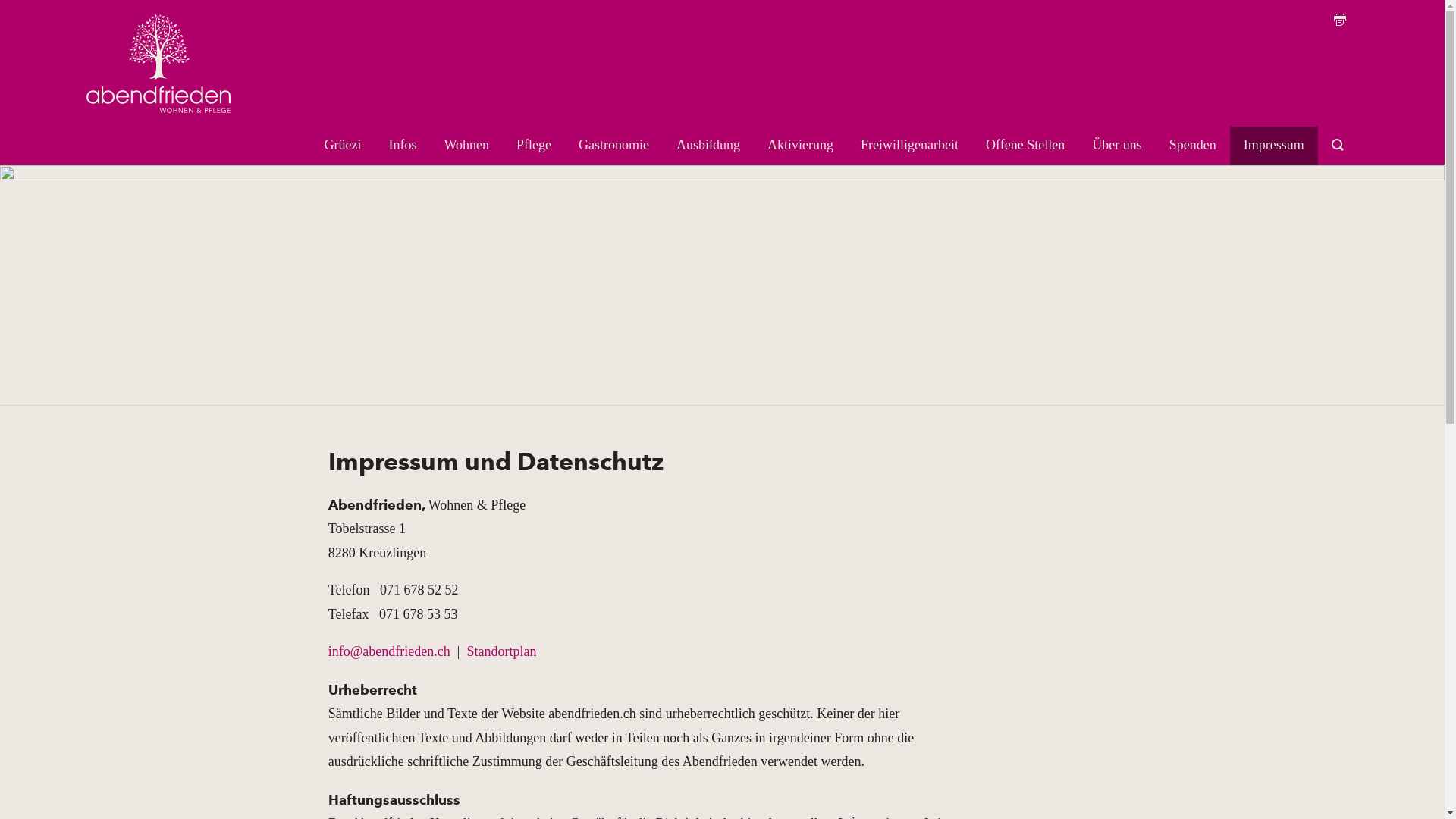  Describe the element at coordinates (389, 651) in the screenshot. I see `'info@abendfrieden.ch'` at that location.